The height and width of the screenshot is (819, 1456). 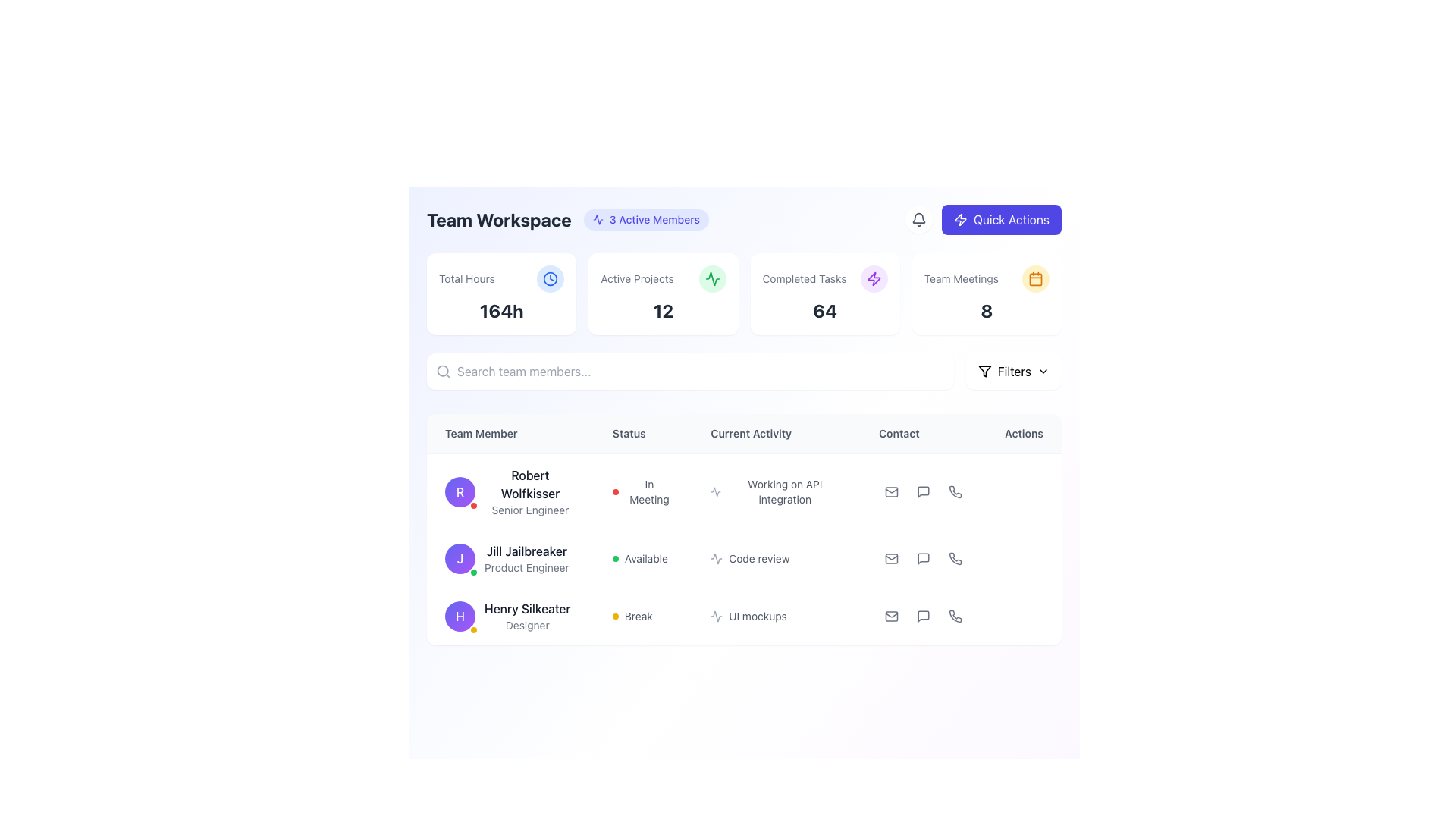 What do you see at coordinates (472, 629) in the screenshot?
I see `the visual status of the Status indicator badge located in the bottom-right corner of the avatar for 'Henry Silkeater' in the 'Team Member' column, positioned in the third row` at bounding box center [472, 629].